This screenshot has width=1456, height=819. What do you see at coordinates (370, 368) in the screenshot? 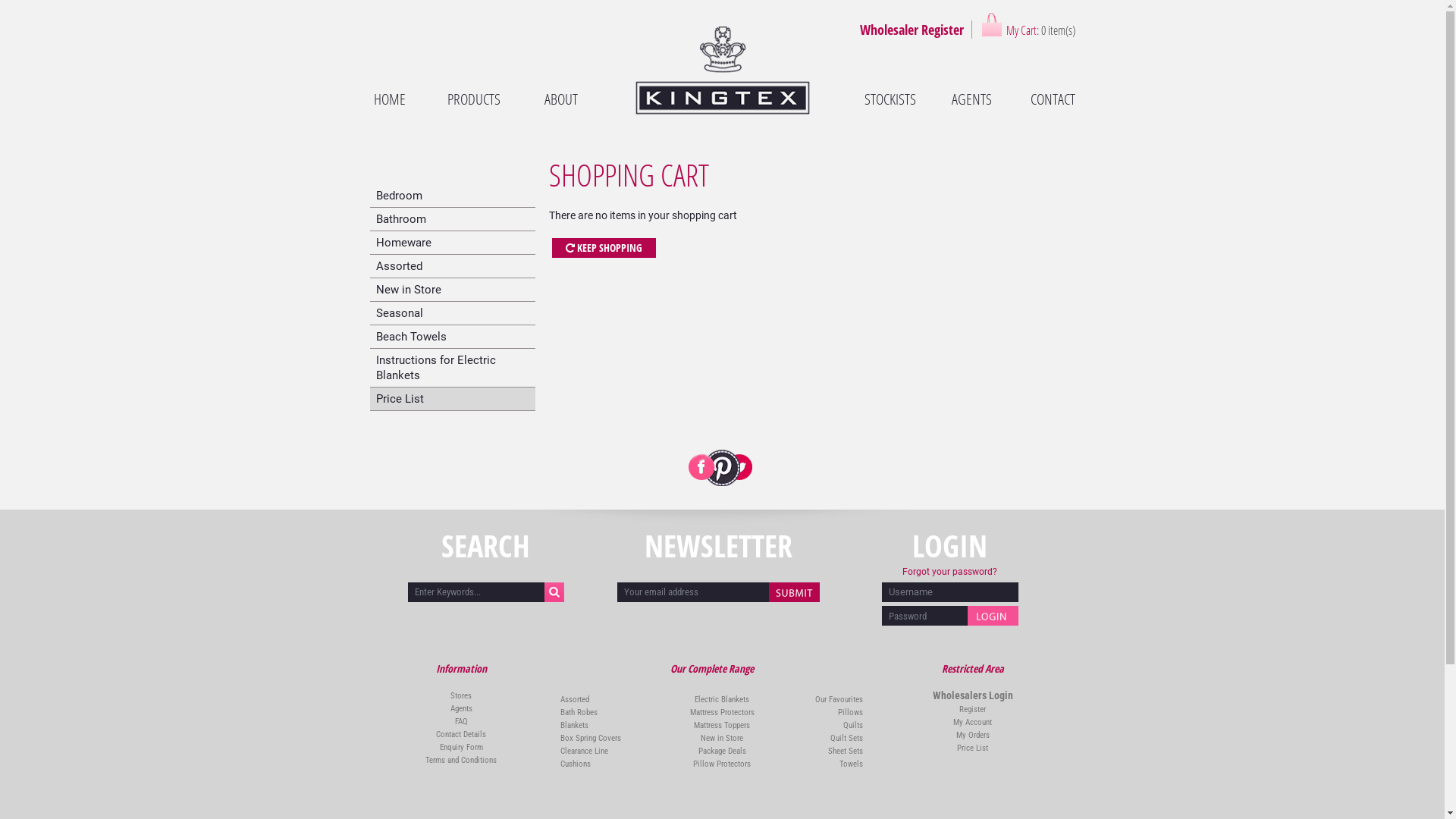
I see `'Instructions for Electric Blankets'` at bounding box center [370, 368].